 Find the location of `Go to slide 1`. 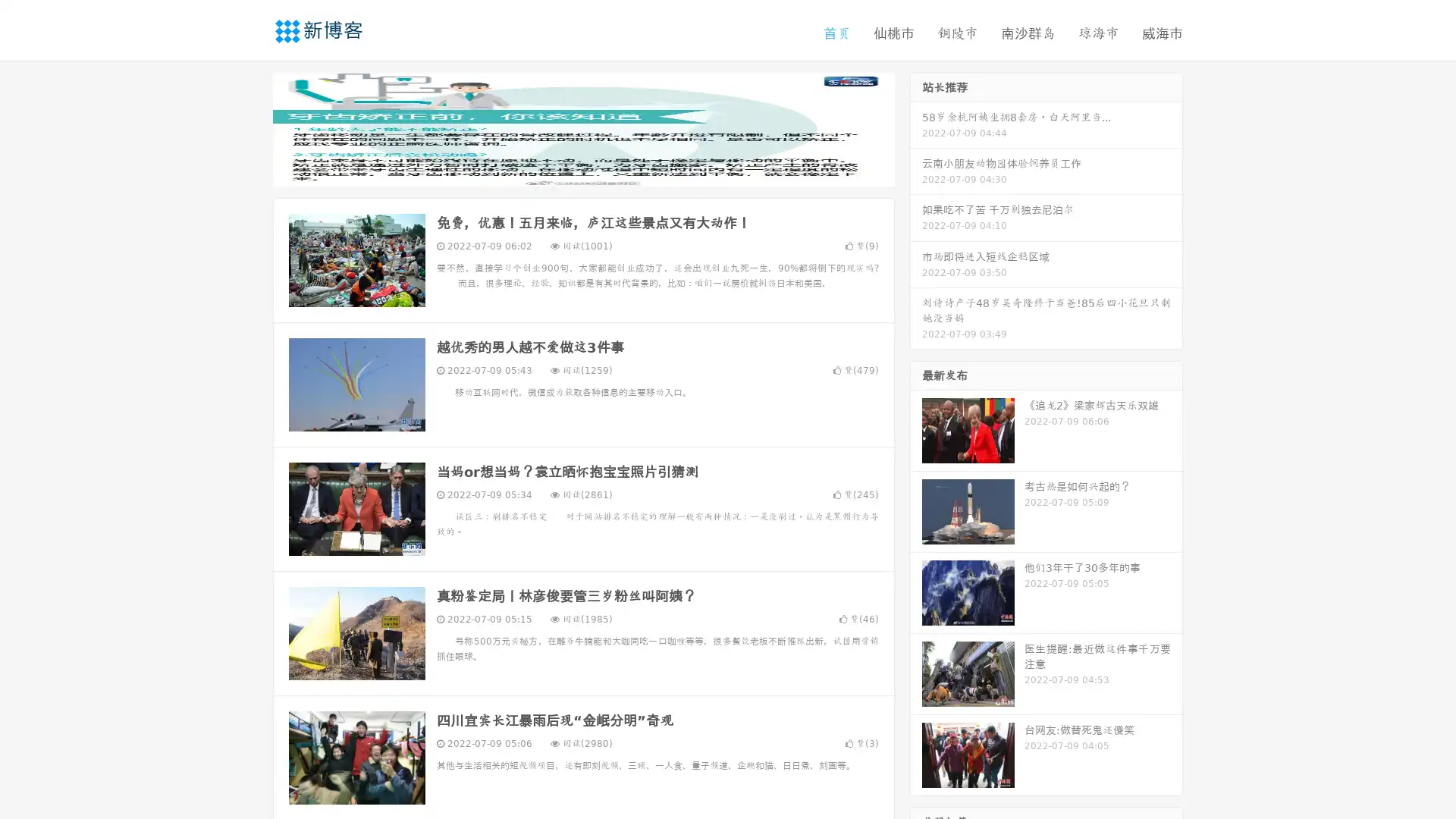

Go to slide 1 is located at coordinates (567, 171).